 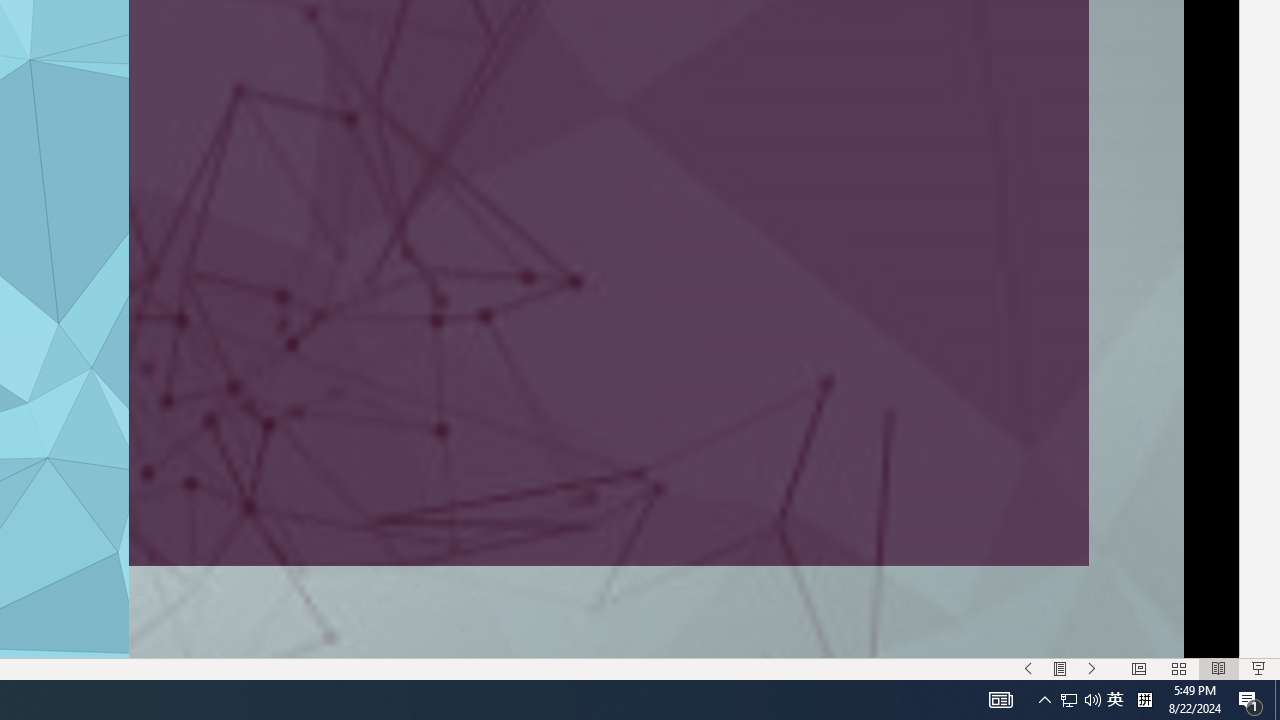 I want to click on 'Reading View', so click(x=1218, y=669).